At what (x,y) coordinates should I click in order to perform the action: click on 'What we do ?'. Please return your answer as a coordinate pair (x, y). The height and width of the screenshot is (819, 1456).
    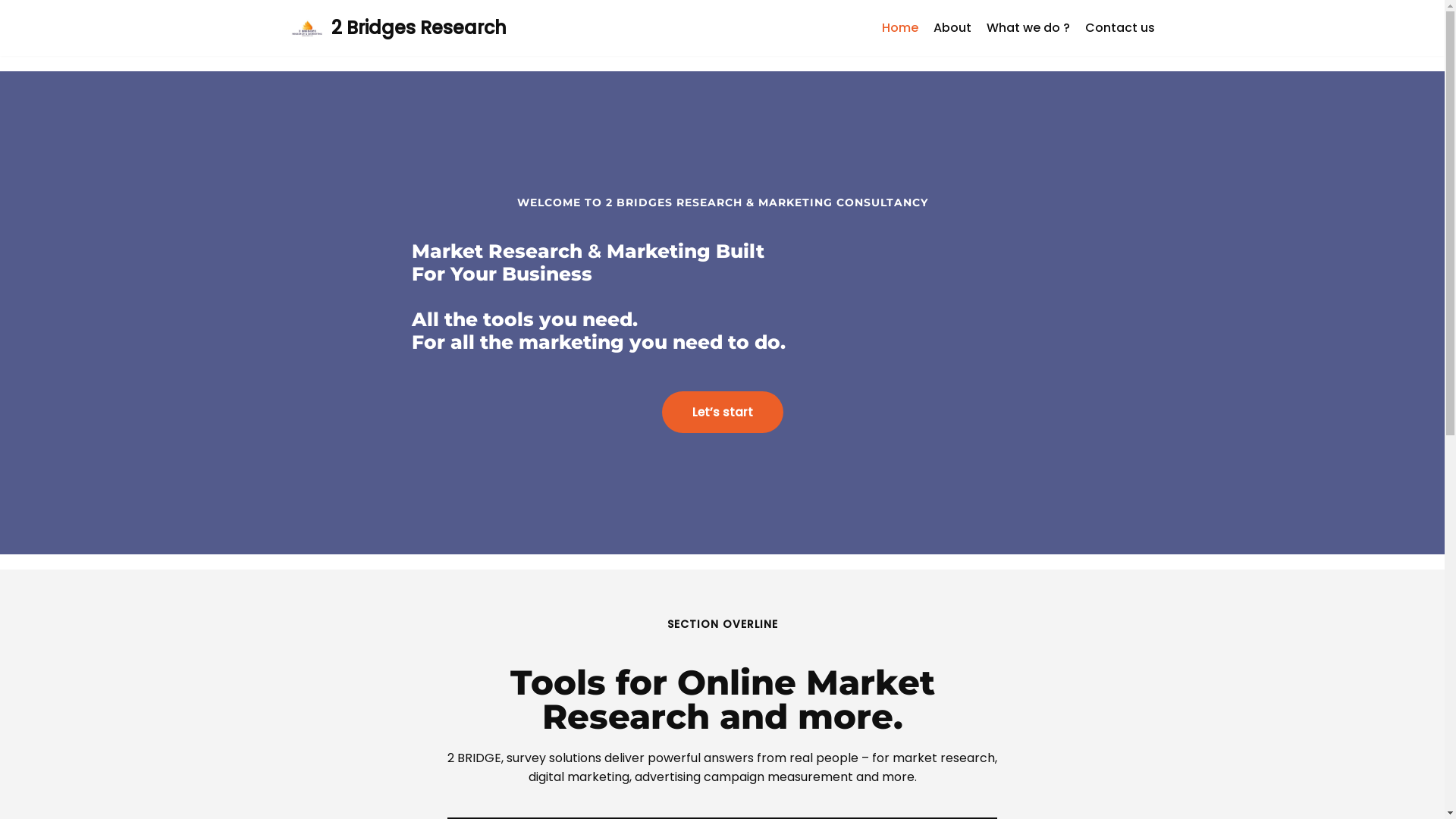
    Looking at the image, I should click on (1027, 28).